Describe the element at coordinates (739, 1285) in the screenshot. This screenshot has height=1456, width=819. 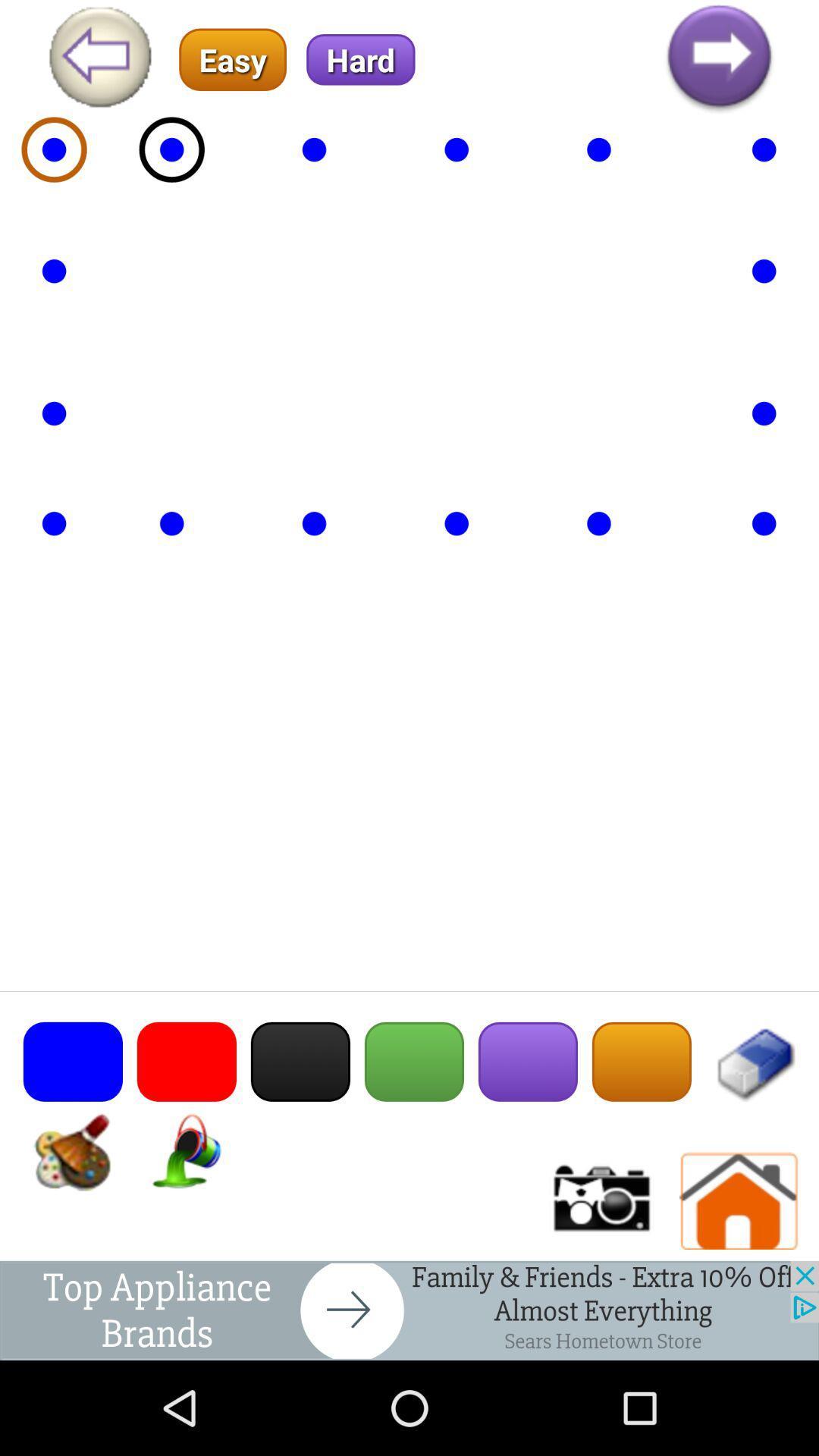
I see `the home icon` at that location.